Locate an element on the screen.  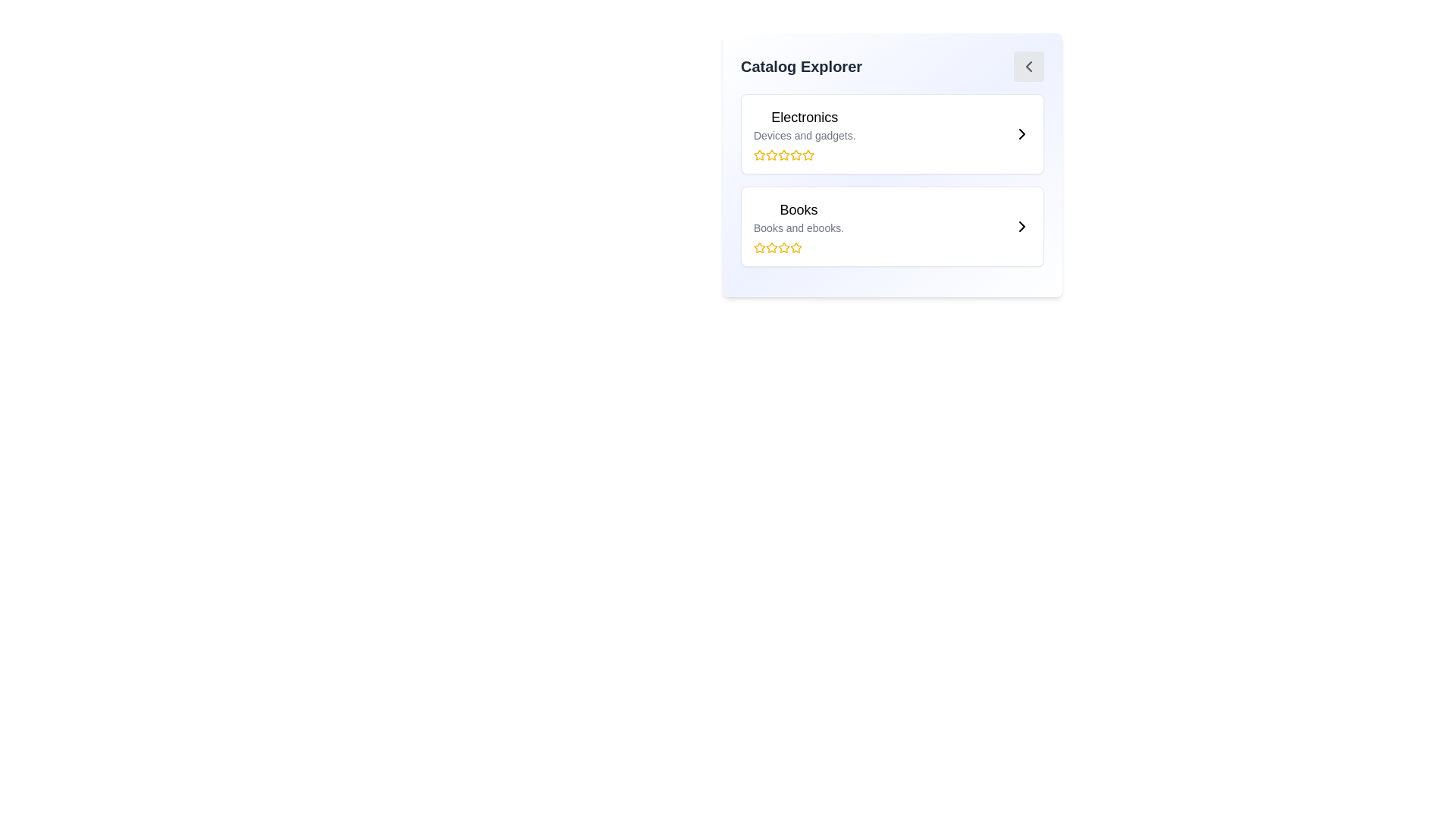
the second star icon representing a 2-star rating in the 5-star rating system is located at coordinates (771, 155).